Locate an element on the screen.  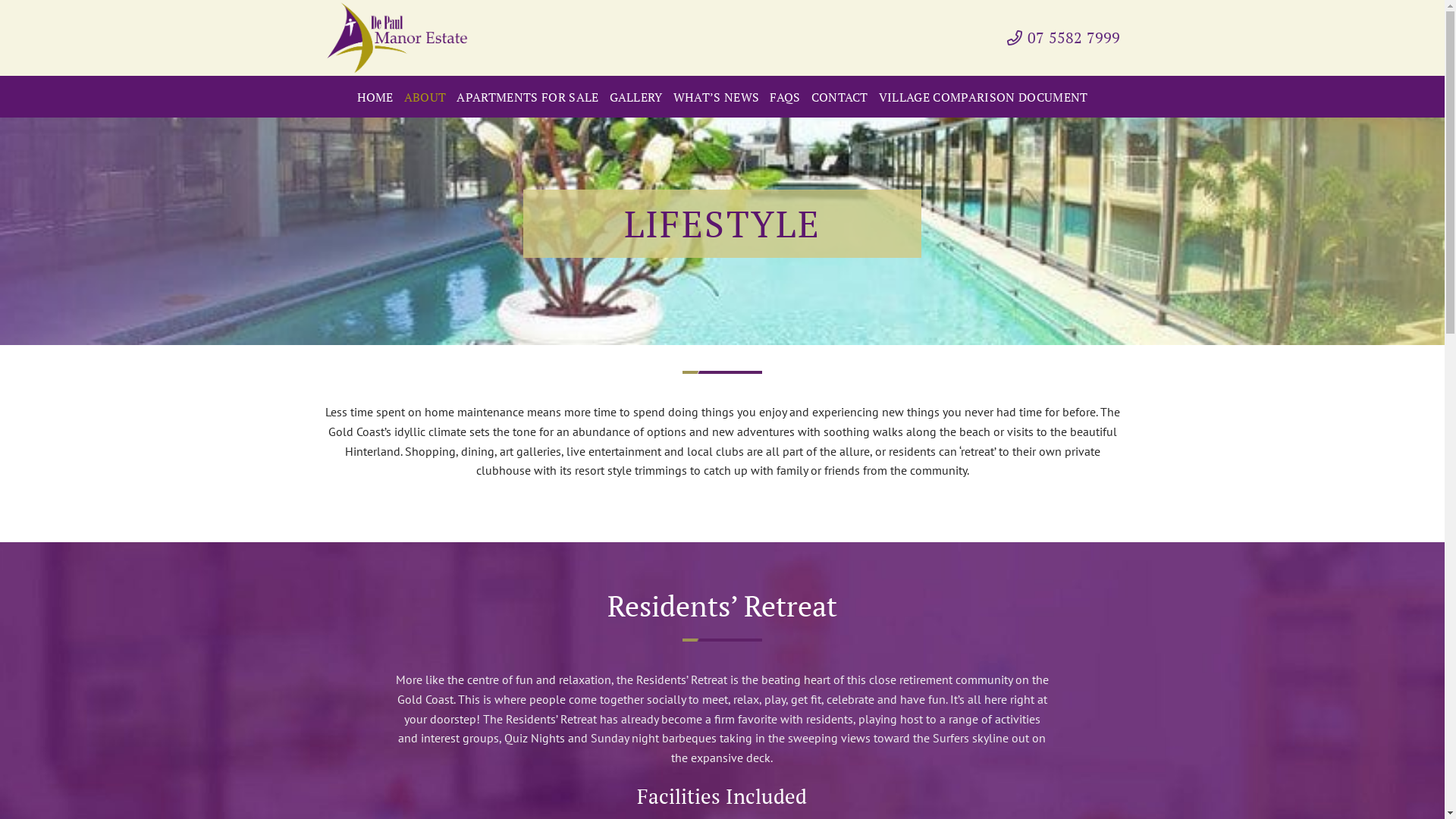
'HOME' is located at coordinates (375, 96).